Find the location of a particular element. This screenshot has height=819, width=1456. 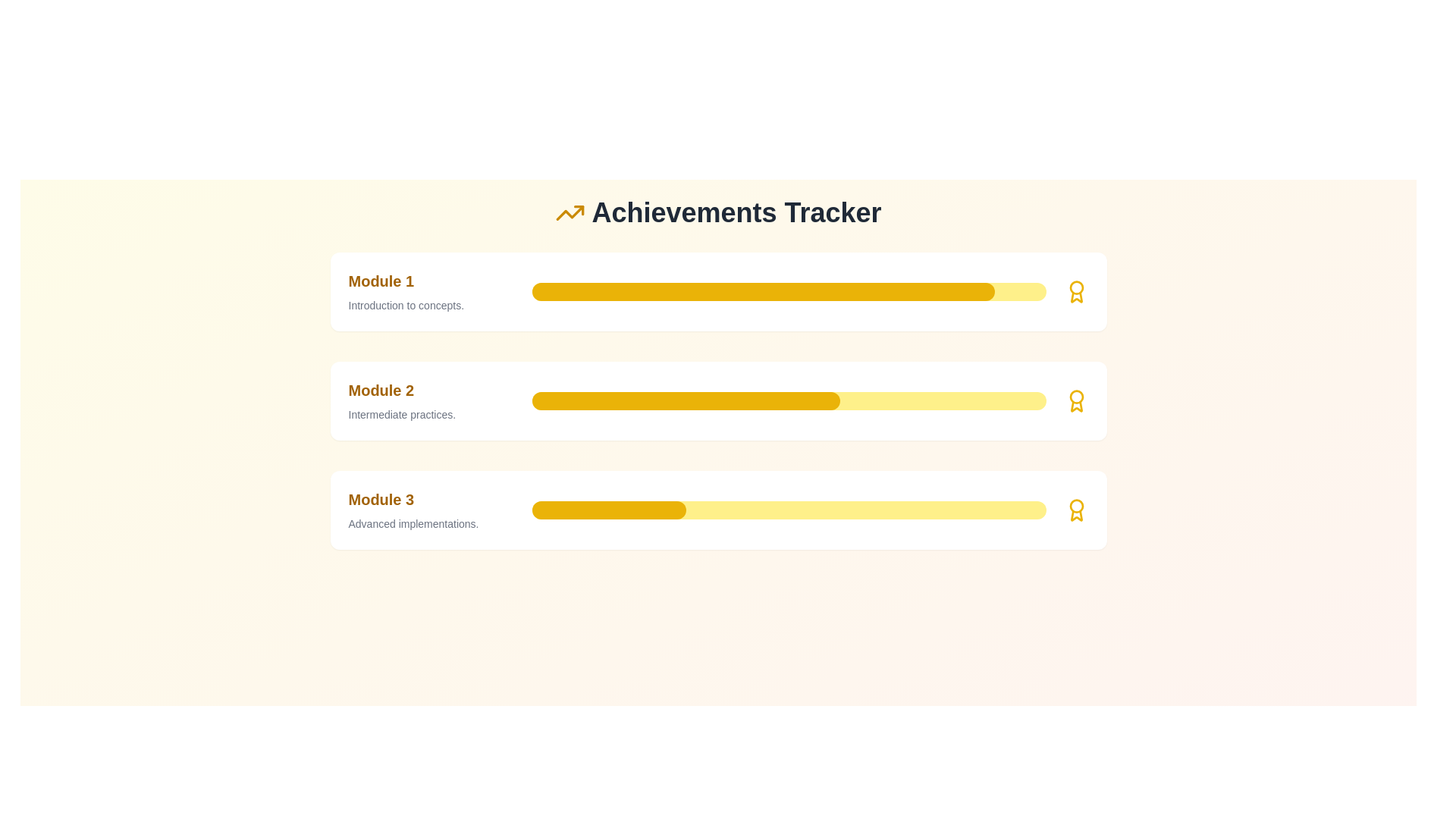

the yellow badge icon representing the achievement for Module 1, located at the far right of the progress bars is located at coordinates (1075, 515).